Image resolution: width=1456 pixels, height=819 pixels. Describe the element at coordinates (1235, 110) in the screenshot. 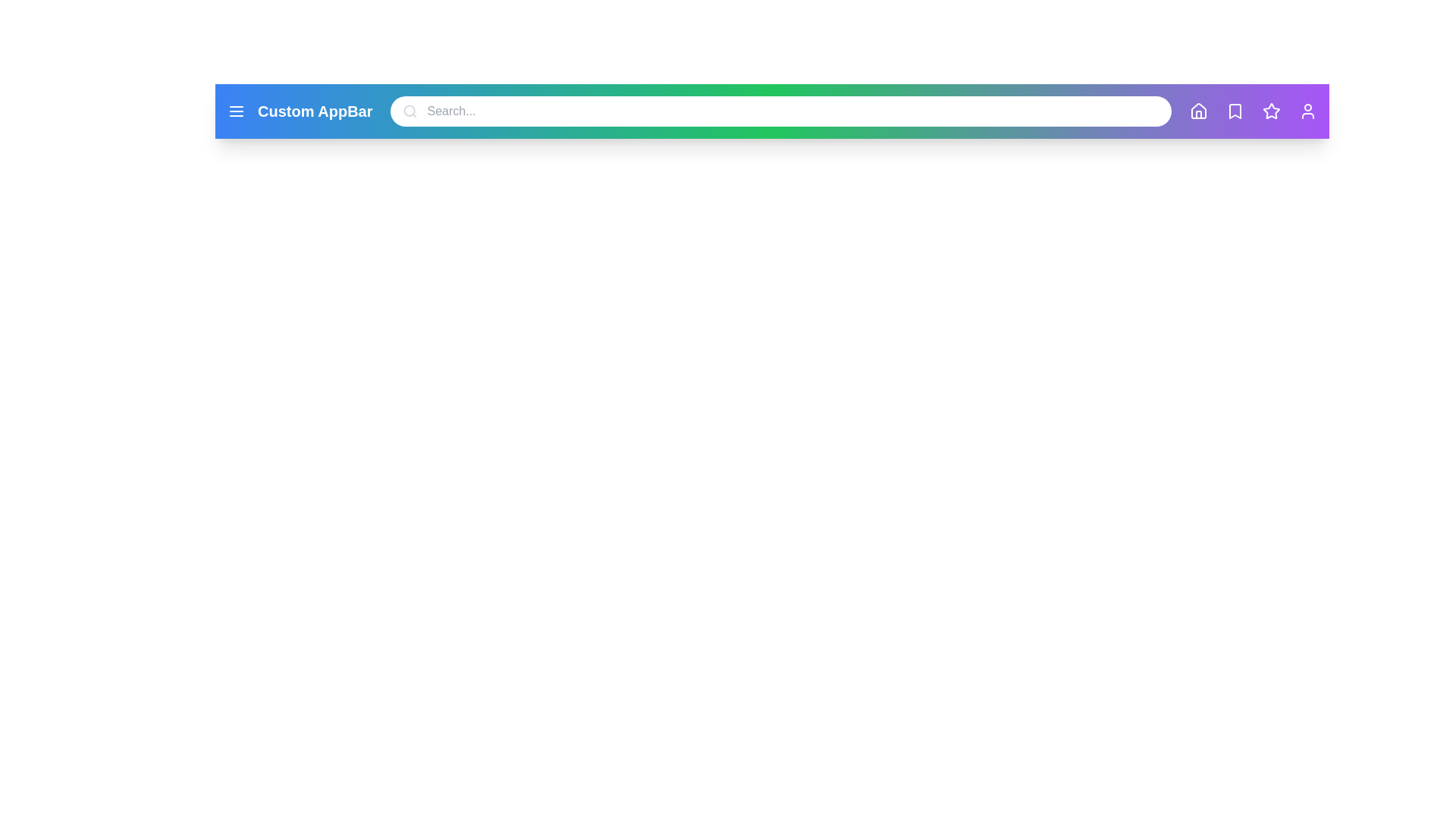

I see `the 'Bookmark' icon to view bookmarked items` at that location.